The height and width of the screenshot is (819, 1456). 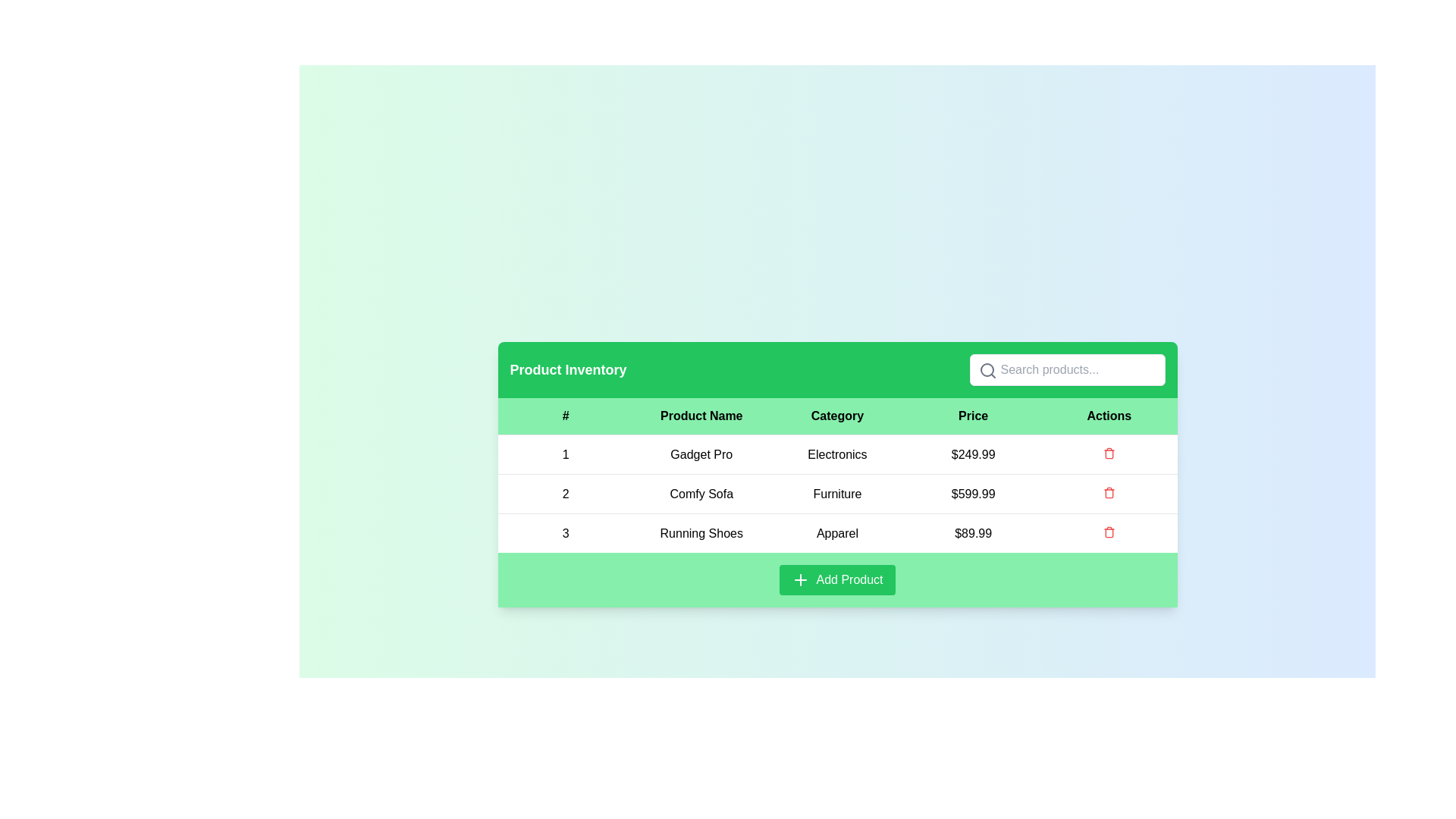 I want to click on the static text displaying the number '3', located in the leftmost cell of the third row of the table under the '#' column, so click(x=565, y=532).